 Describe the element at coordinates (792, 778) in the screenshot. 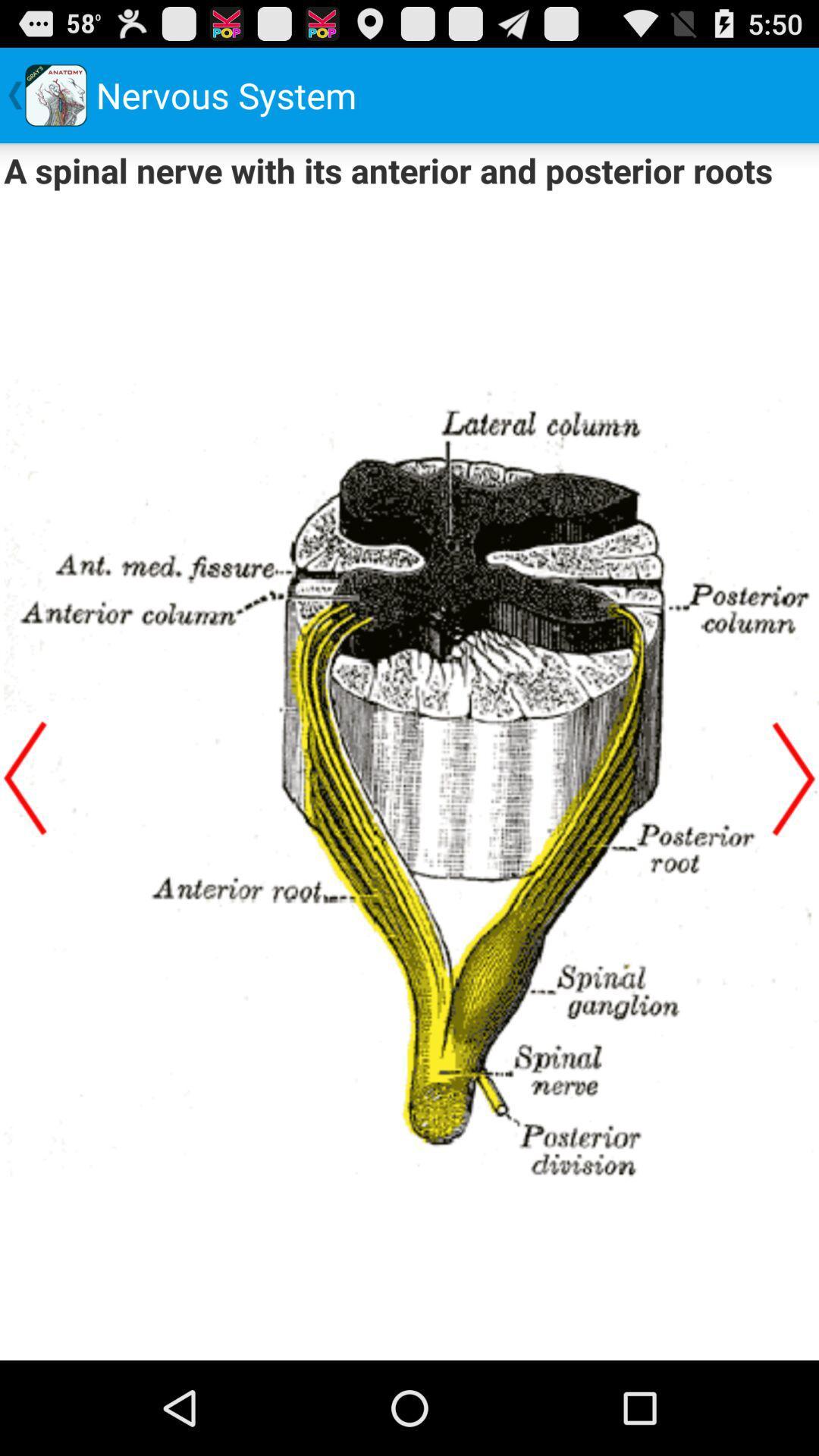

I see `next image` at that location.